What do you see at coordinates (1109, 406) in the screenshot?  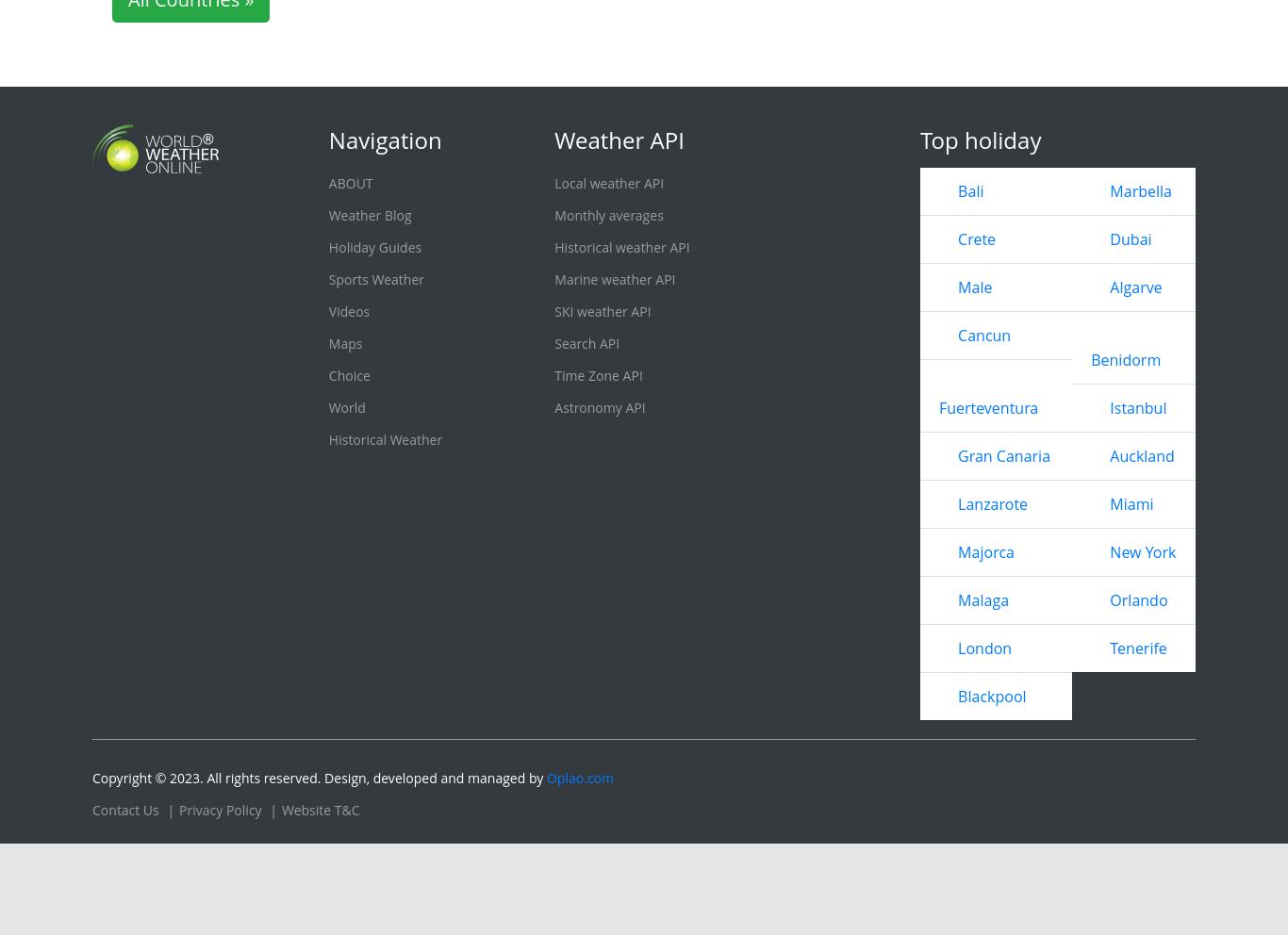 I see `'Istanbul'` at bounding box center [1109, 406].